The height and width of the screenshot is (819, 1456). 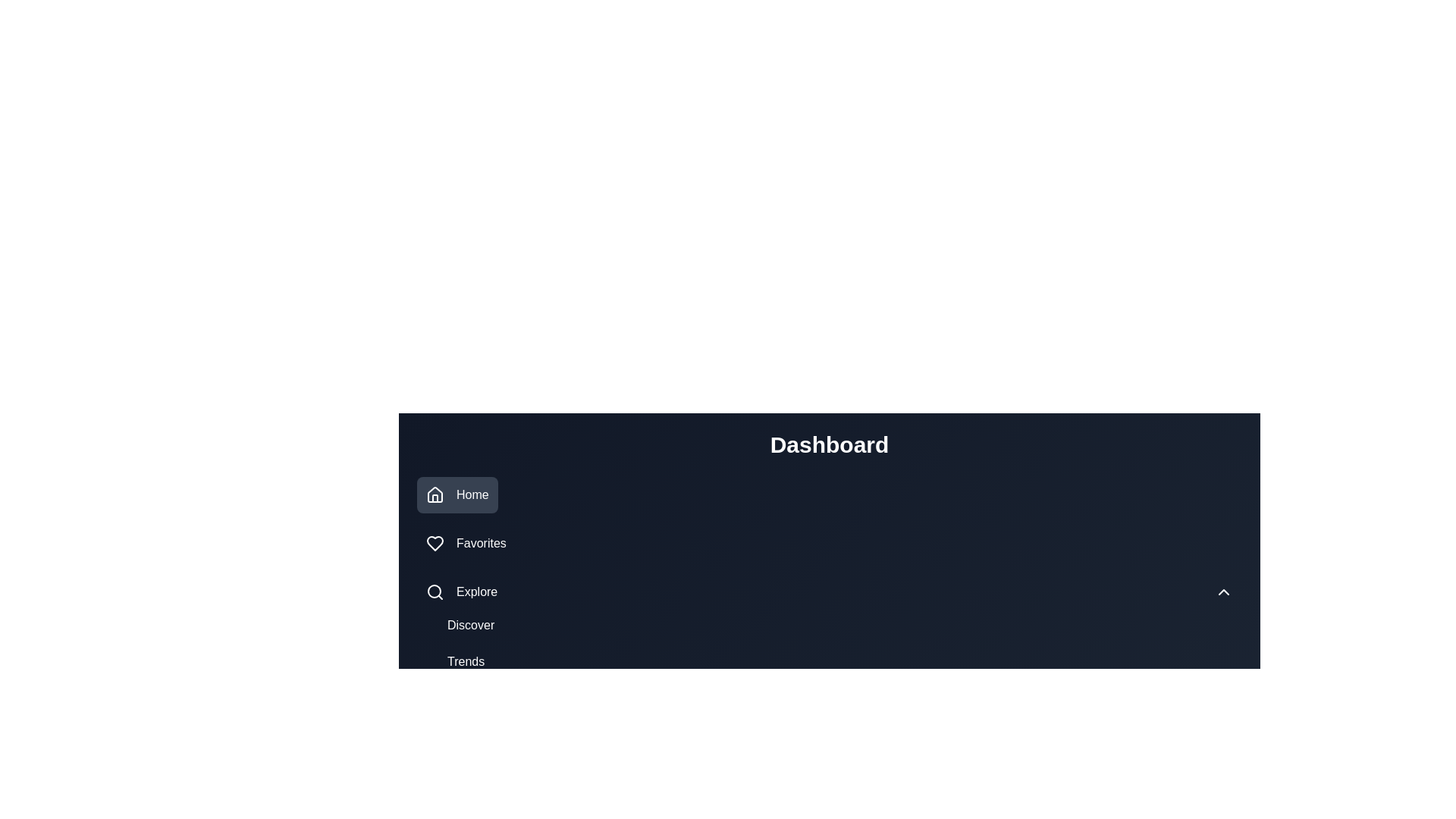 I want to click on the search icon, which is a minimalistic white magnifying glass styled icon located in the vertical navigation menu to the left of the 'Explore' label, so click(x=435, y=591).